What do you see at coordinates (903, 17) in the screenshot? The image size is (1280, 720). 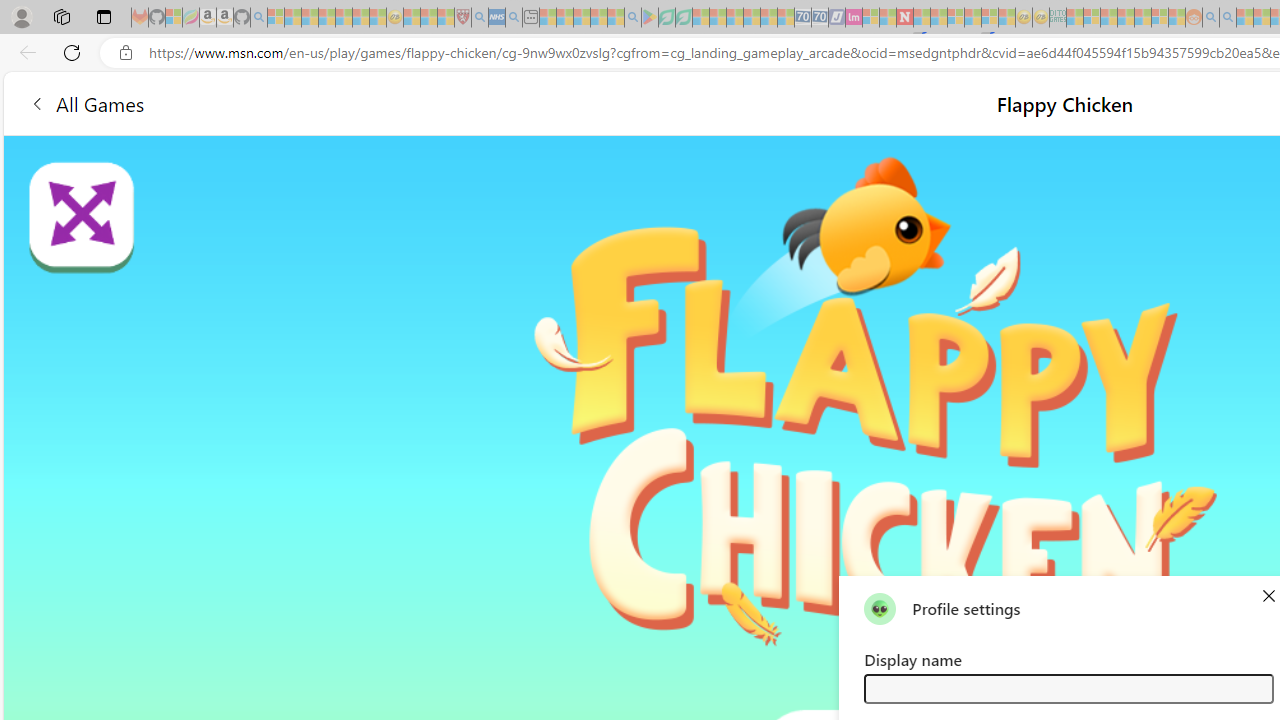 I see `'Latest Politics News & Archive | Newsweek.com - Sleeping'` at bounding box center [903, 17].